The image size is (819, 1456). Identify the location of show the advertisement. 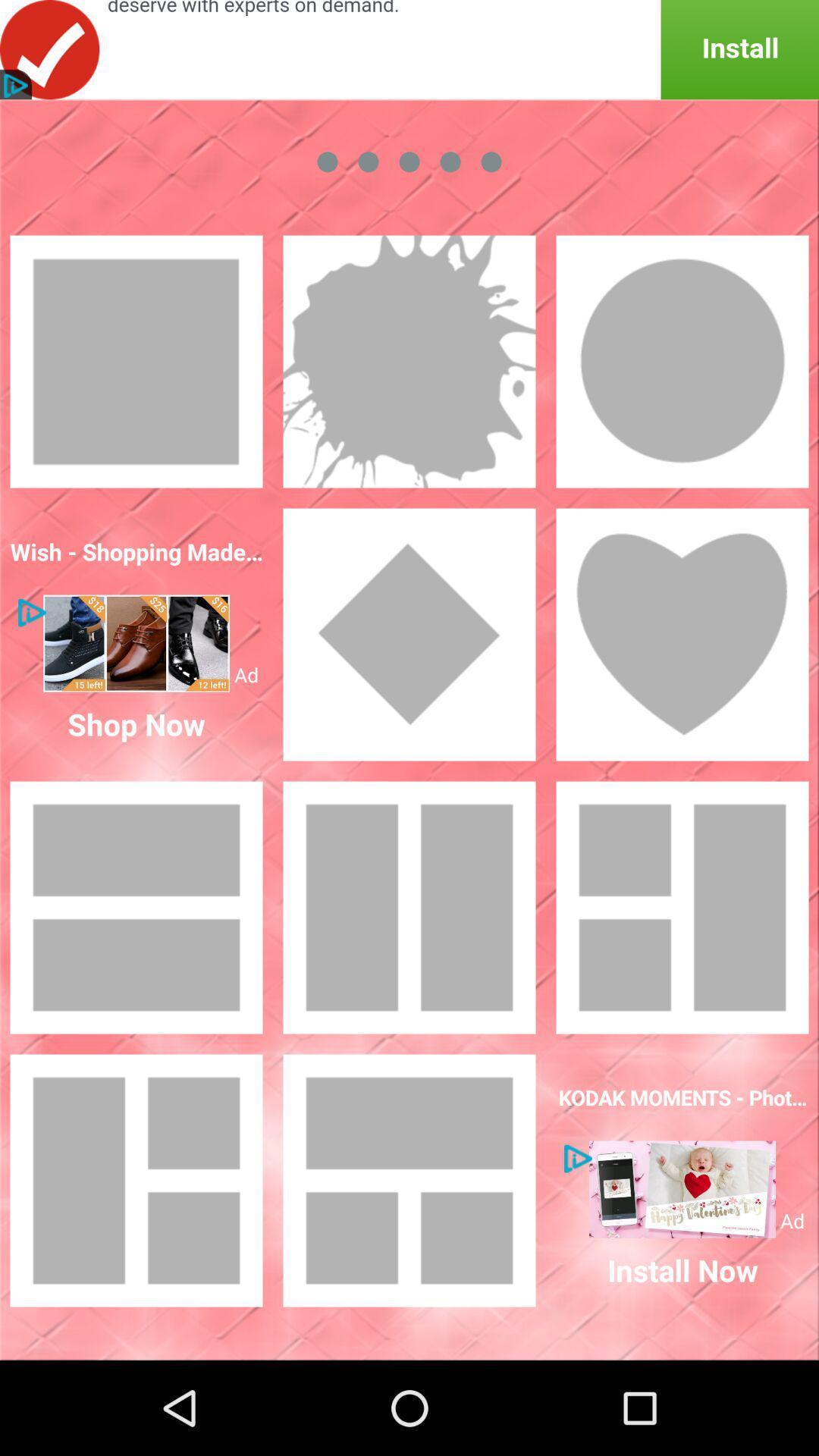
(681, 1188).